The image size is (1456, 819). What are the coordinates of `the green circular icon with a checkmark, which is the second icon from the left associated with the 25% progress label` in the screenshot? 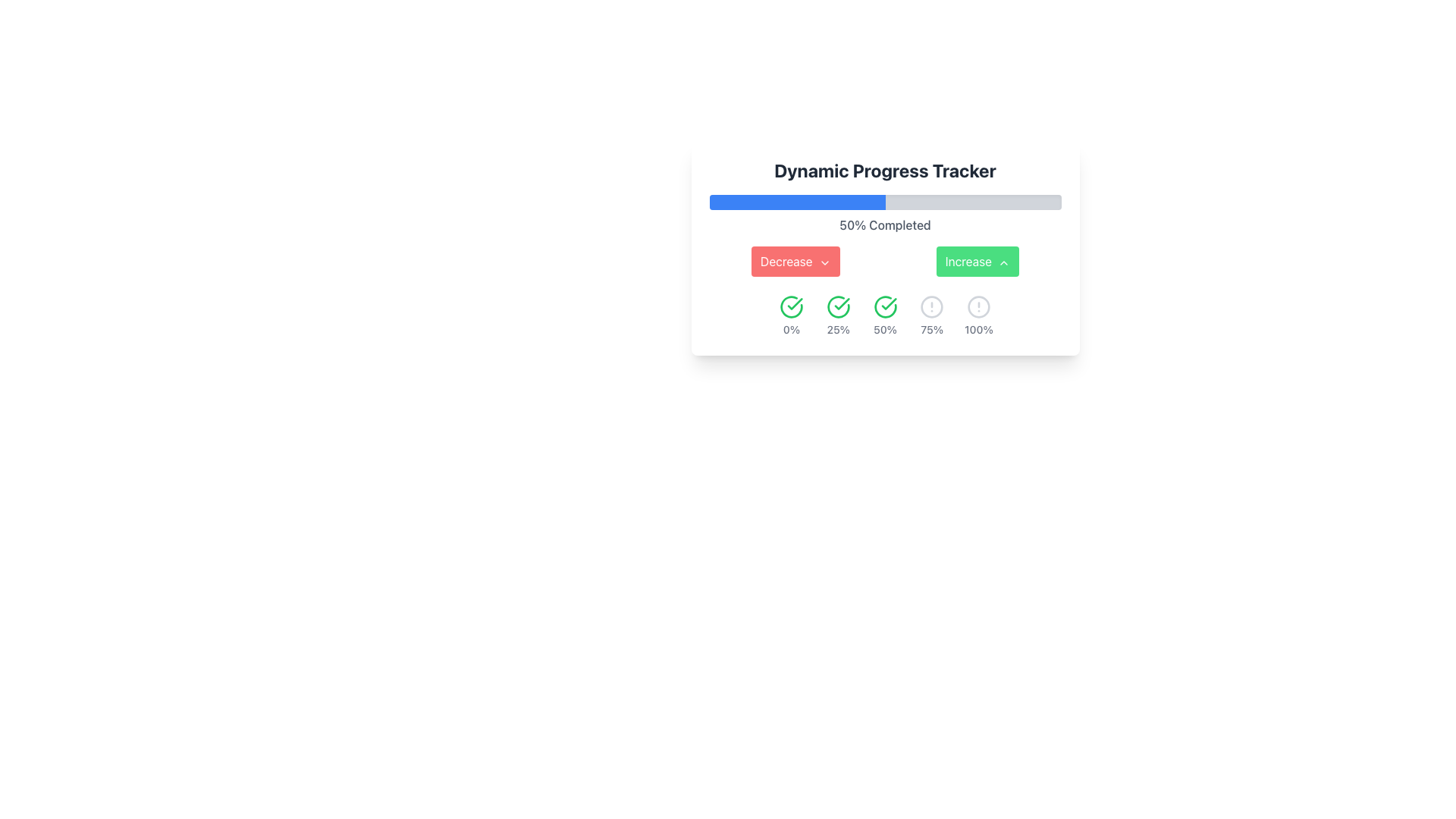 It's located at (837, 307).